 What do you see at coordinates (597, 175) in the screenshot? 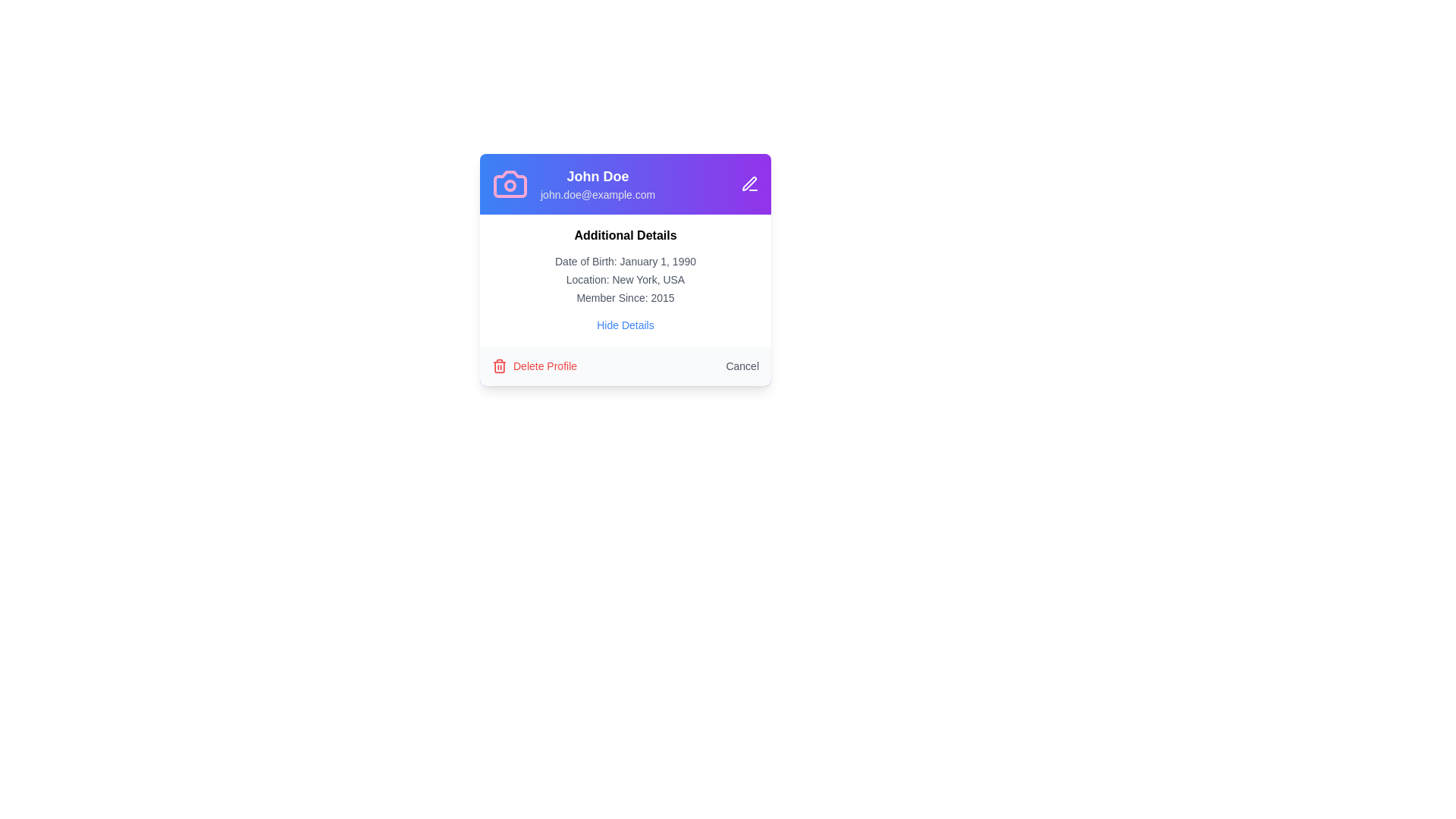
I see `text displayed as the user's name in the upper section of the user profile card, which is aligned with the profile image and above the email address` at bounding box center [597, 175].